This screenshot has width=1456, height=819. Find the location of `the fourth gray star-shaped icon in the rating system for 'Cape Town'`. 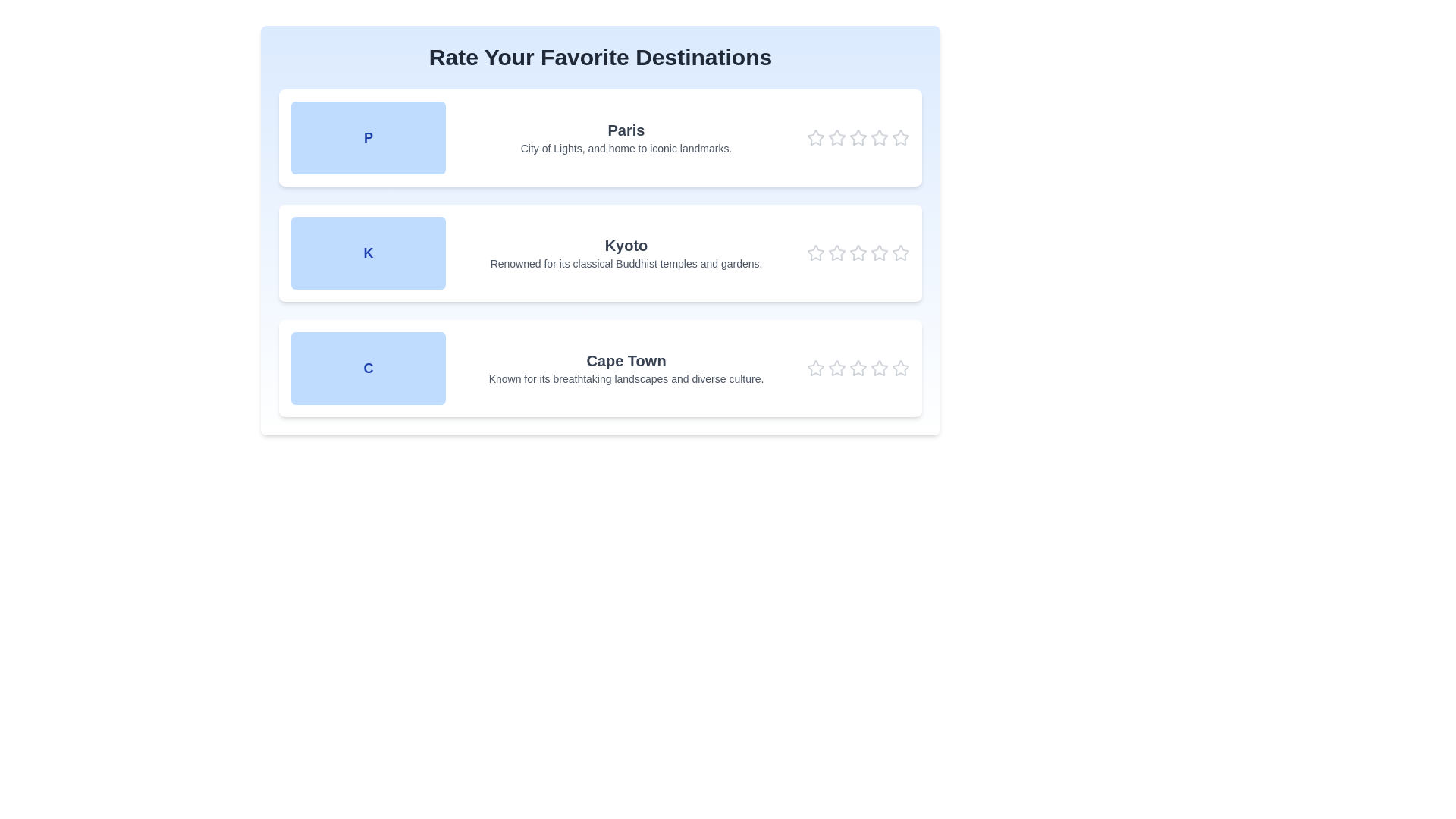

the fourth gray star-shaped icon in the rating system for 'Cape Town' is located at coordinates (858, 369).